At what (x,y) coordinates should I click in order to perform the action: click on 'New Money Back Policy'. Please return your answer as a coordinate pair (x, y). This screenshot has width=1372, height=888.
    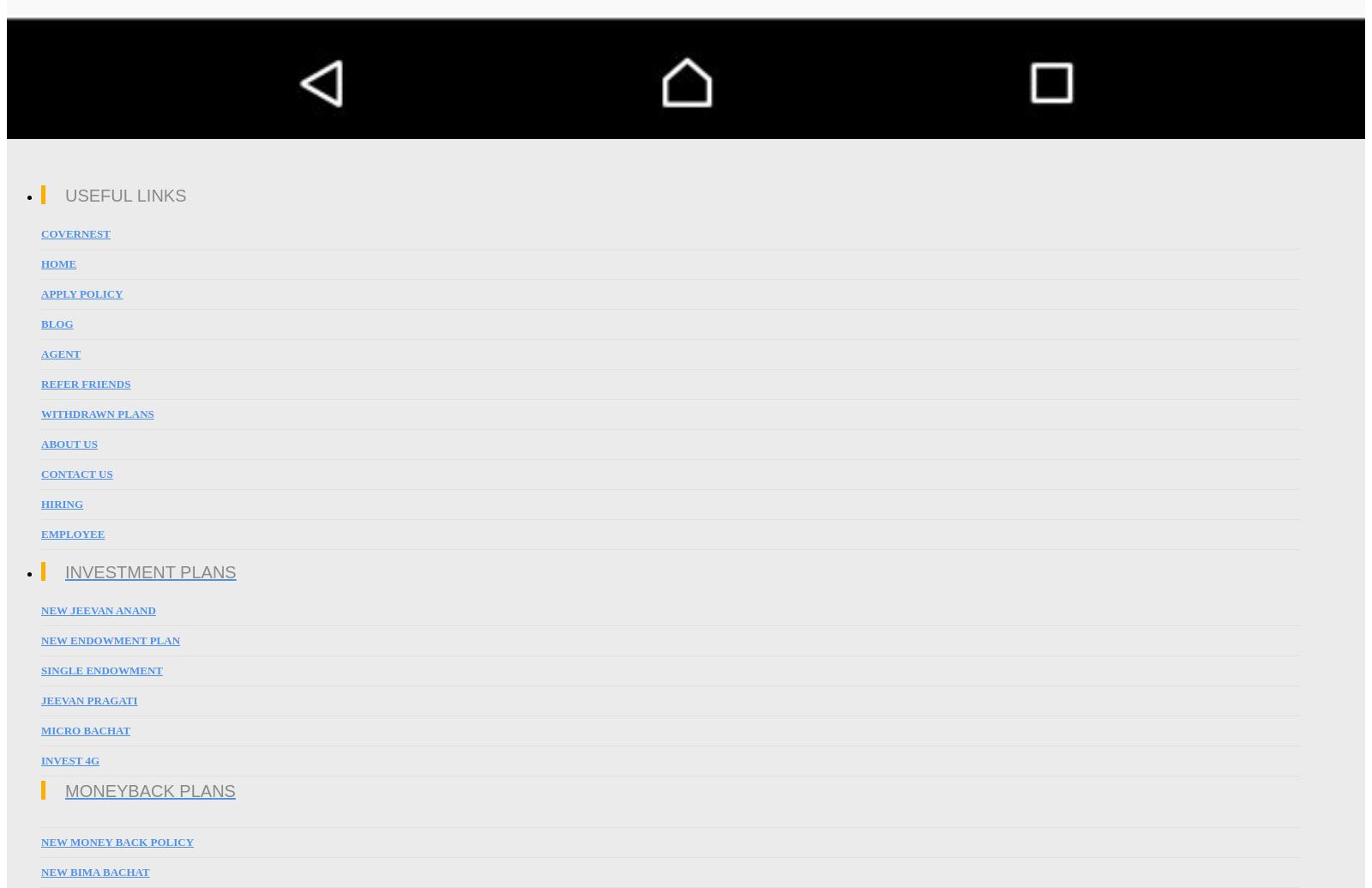
    Looking at the image, I should click on (40, 841).